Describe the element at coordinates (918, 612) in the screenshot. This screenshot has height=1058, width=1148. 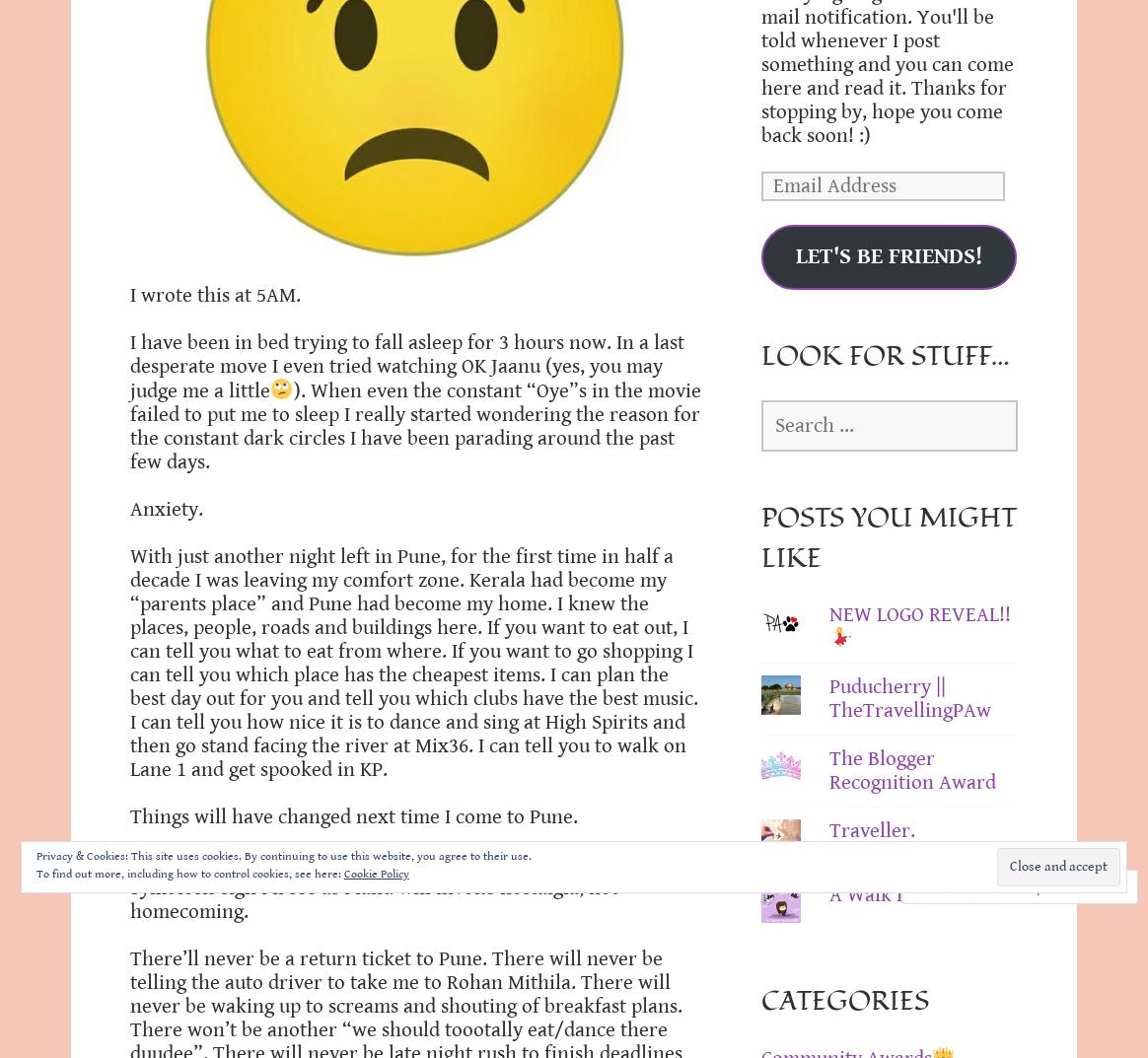
I see `'NEW LOGO REVEAL!!'` at that location.